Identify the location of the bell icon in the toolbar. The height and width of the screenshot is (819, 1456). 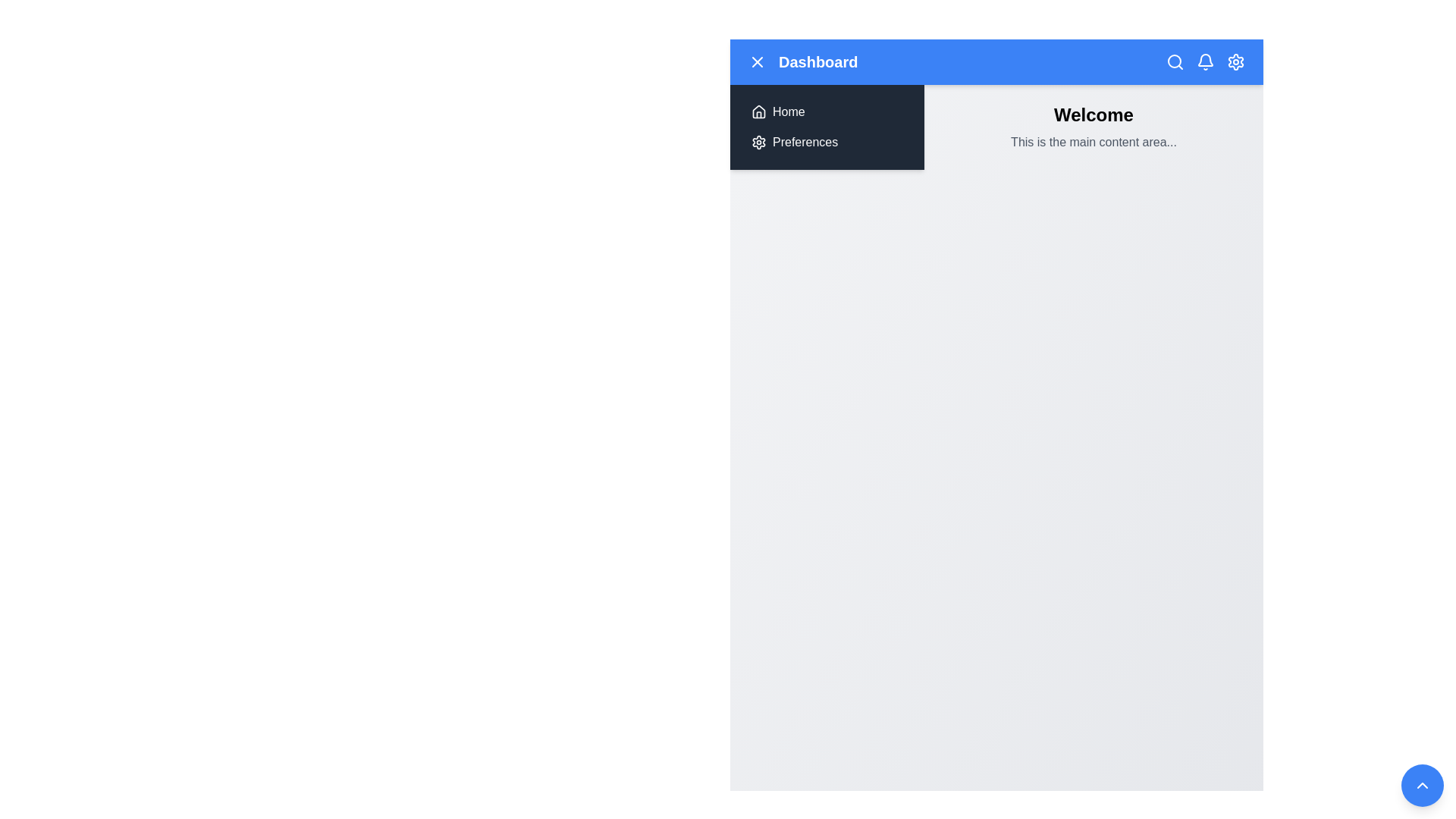
(1204, 61).